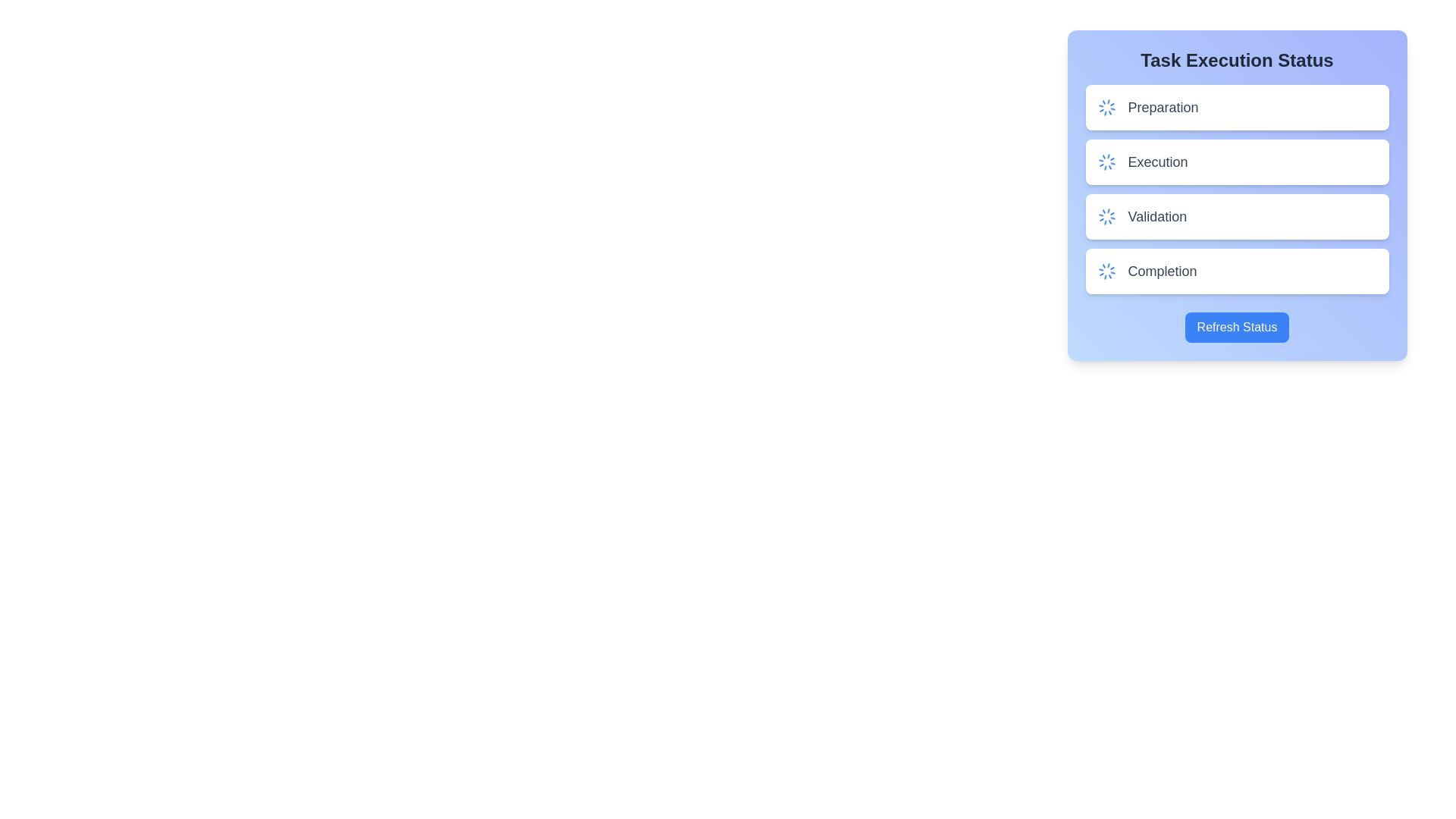 The image size is (1456, 819). I want to click on the blue 'Refresh Status' button with white text, located at the bottom of the 'Task Execution Status' panel, to change its shade, so click(1237, 327).